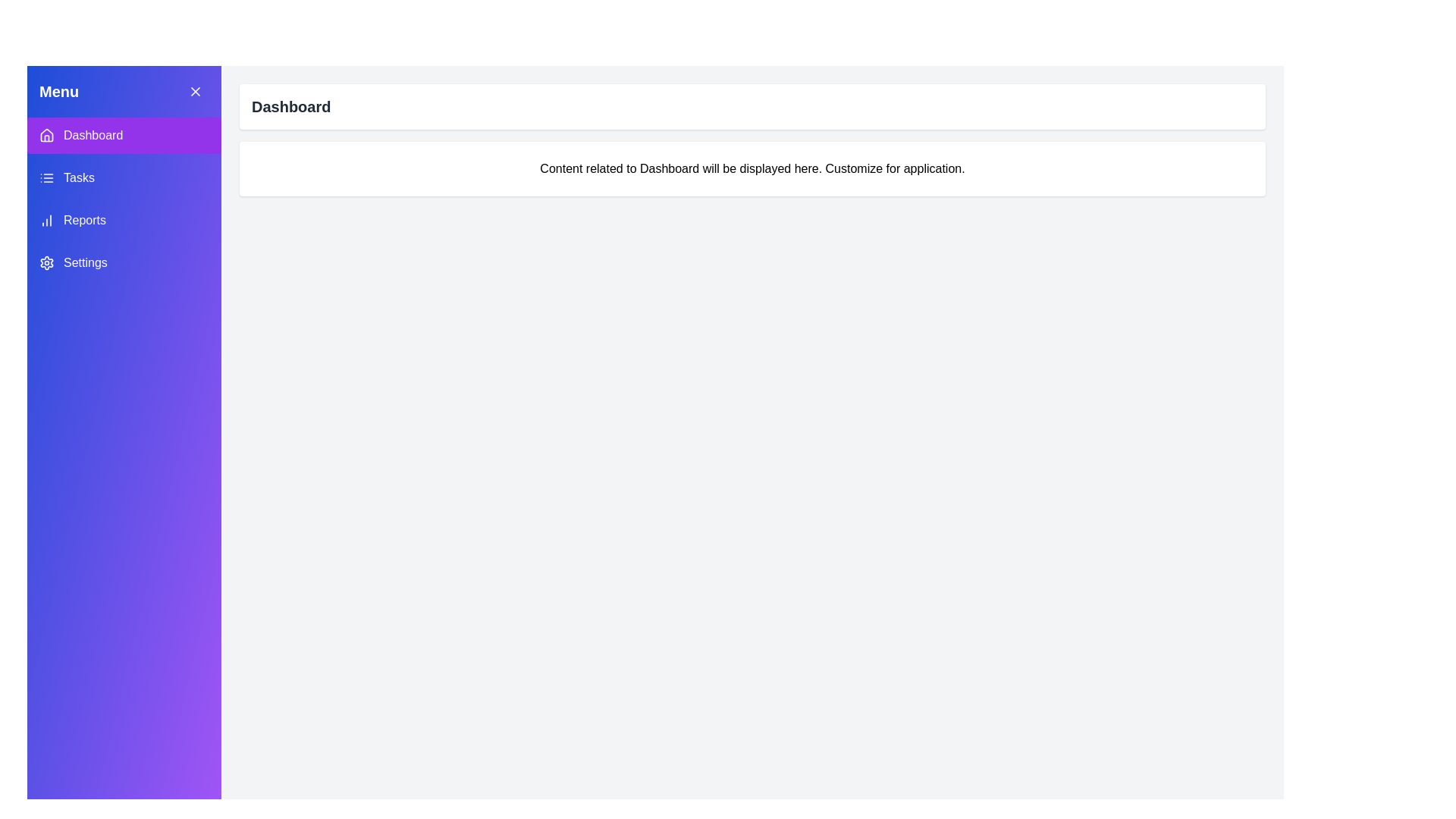 This screenshot has width=1456, height=819. I want to click on the Dashboard item in the menu to select it, so click(124, 134).